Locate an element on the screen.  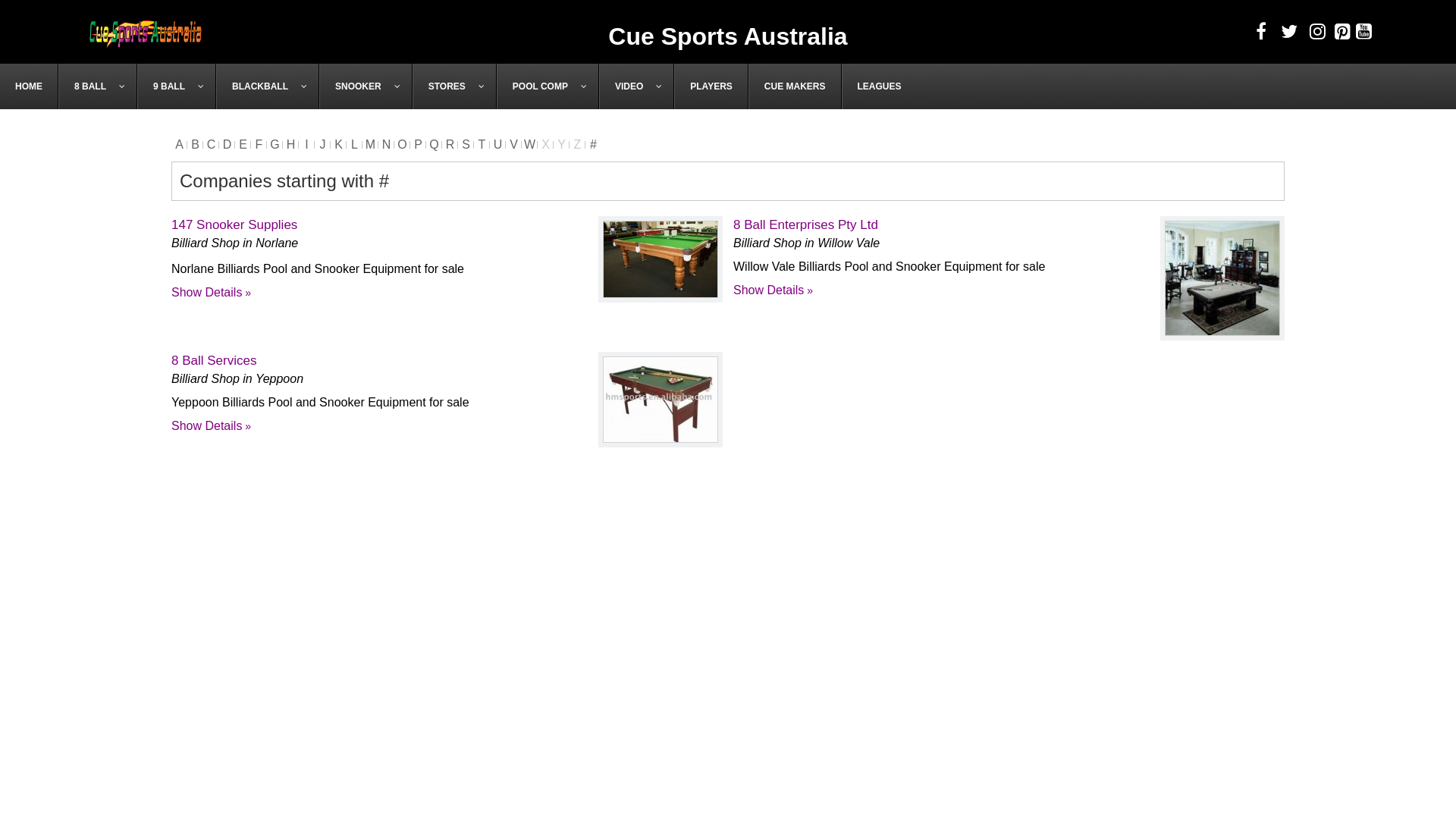
'HOME' is located at coordinates (29, 86).